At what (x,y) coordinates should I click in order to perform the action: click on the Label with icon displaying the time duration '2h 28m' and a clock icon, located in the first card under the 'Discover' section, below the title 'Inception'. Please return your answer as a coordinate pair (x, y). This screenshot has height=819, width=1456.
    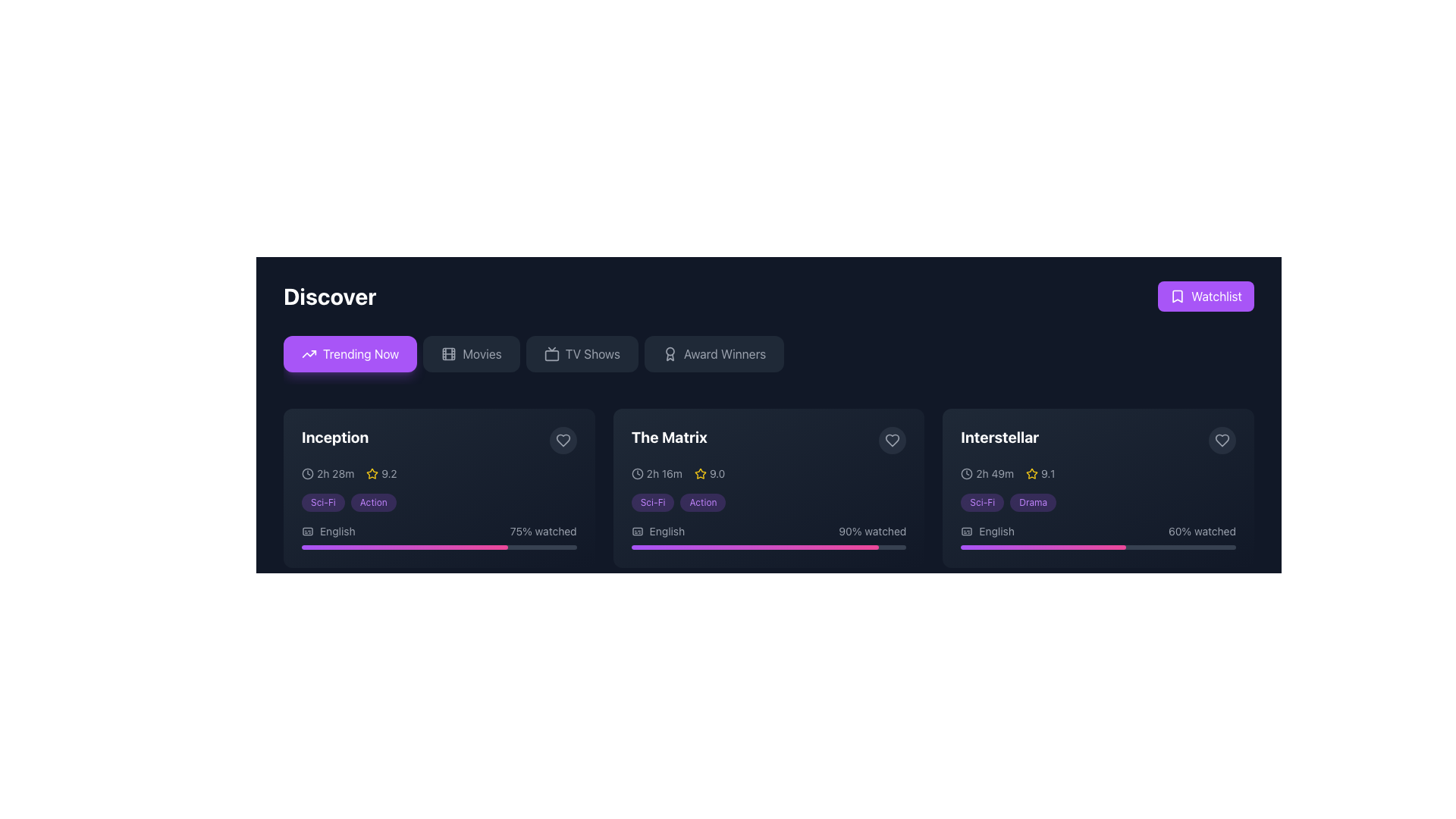
    Looking at the image, I should click on (327, 472).